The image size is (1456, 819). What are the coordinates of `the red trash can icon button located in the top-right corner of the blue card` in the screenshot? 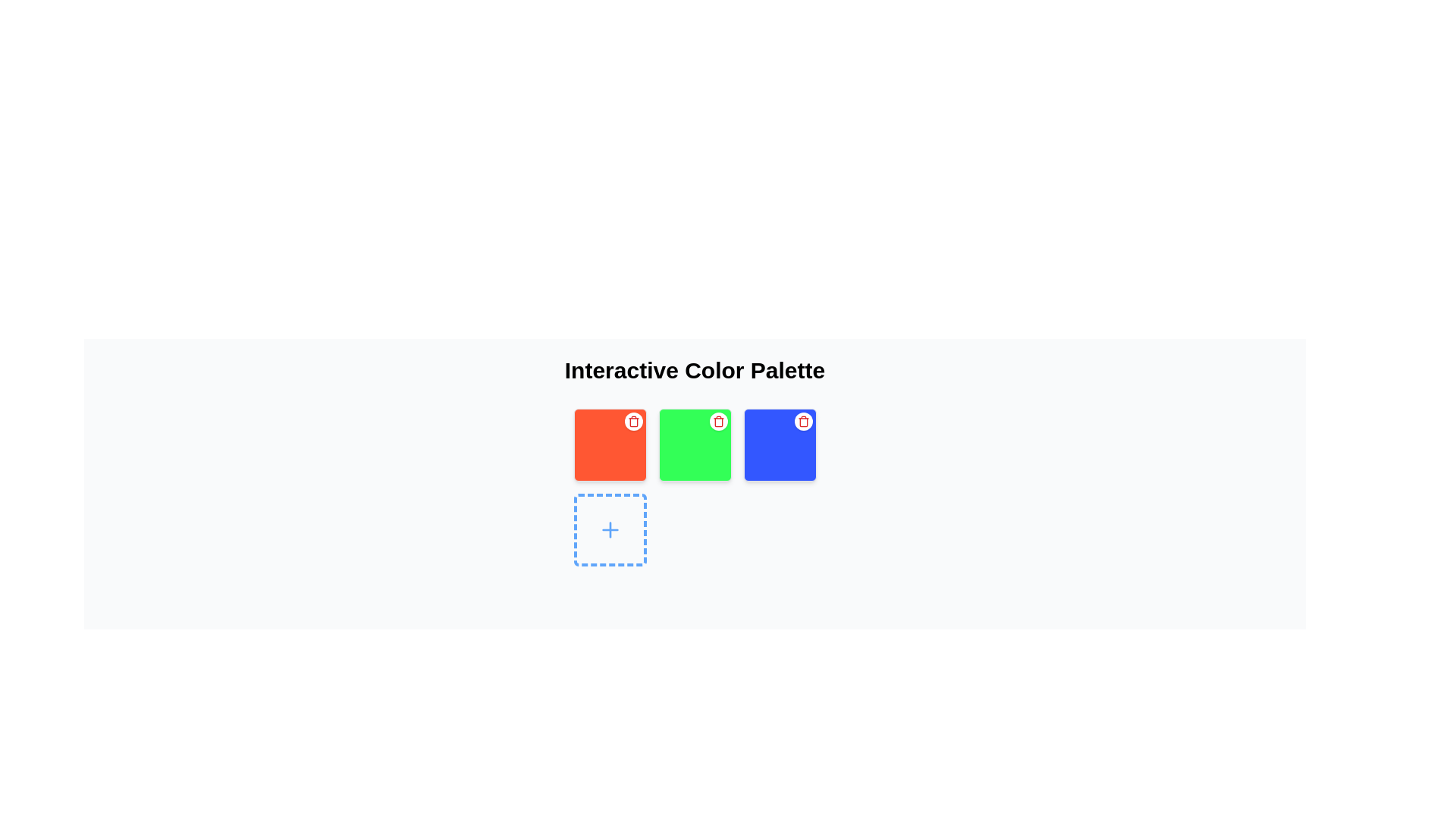 It's located at (802, 421).